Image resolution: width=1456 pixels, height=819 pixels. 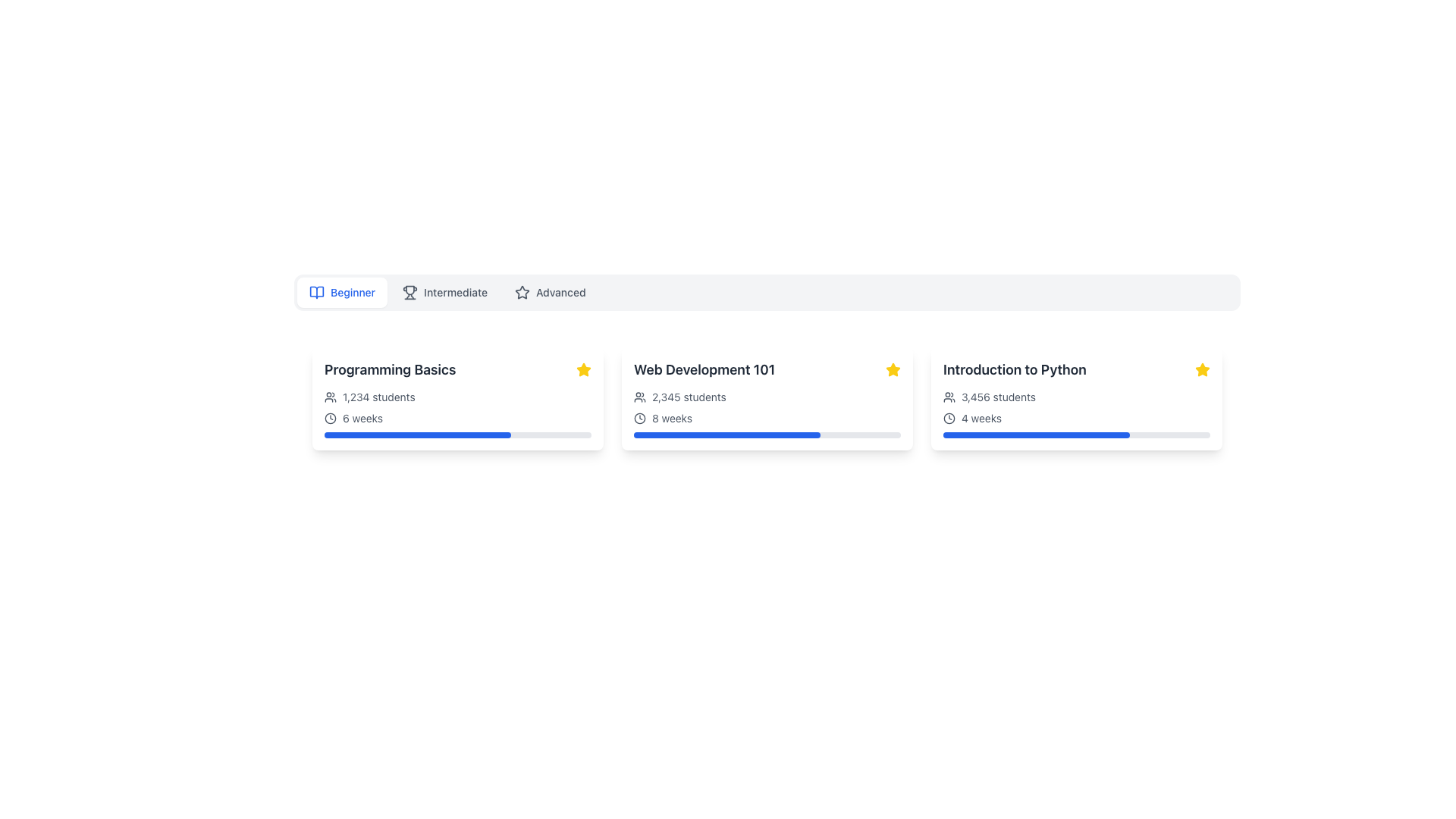 I want to click on the 'Intermediate' button, which is the second option in the row of selectable skill levels, so click(x=444, y=292).